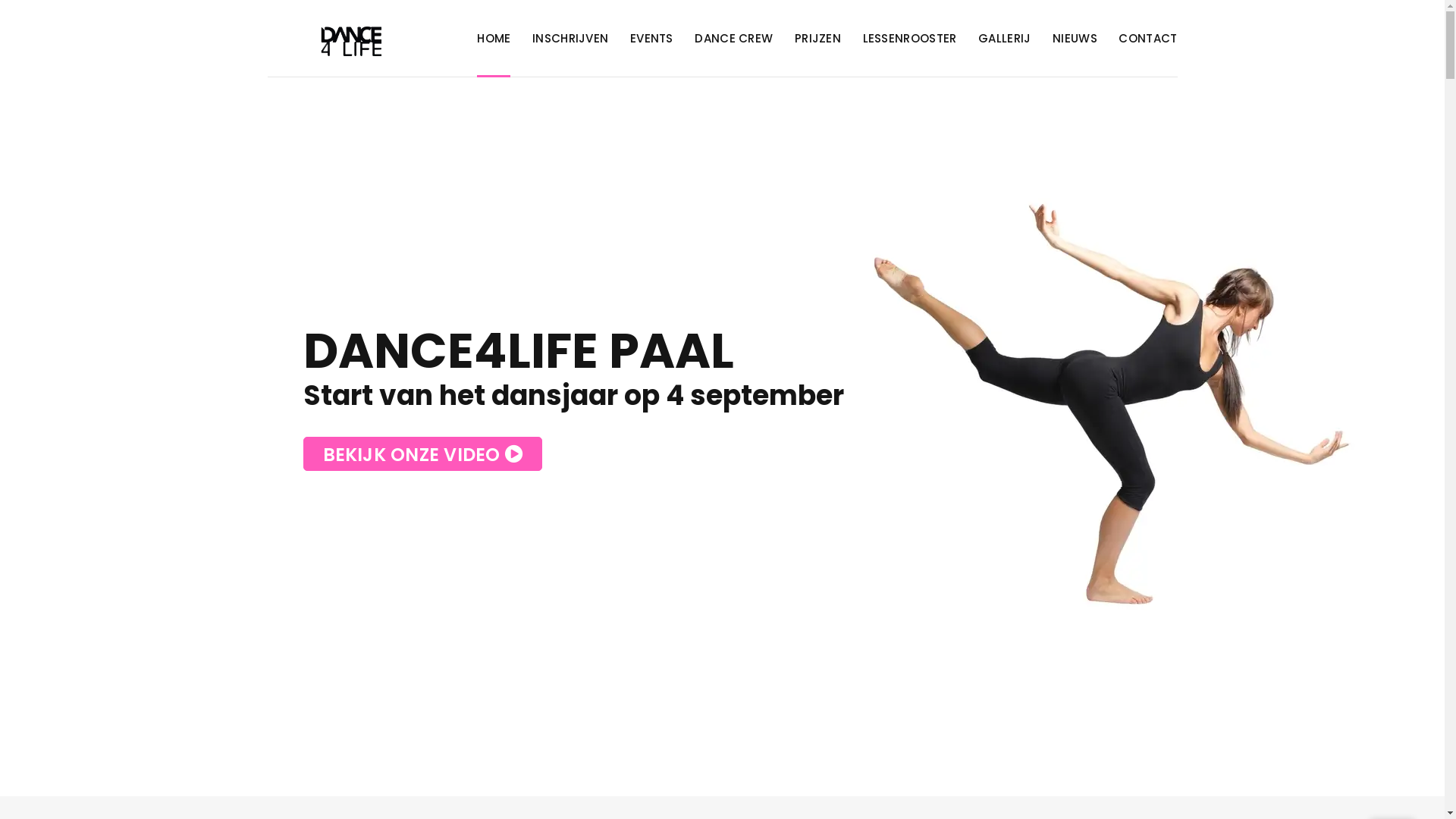 Image resolution: width=1456 pixels, height=819 pixels. I want to click on 'GALLERIJ', so click(1004, 37).